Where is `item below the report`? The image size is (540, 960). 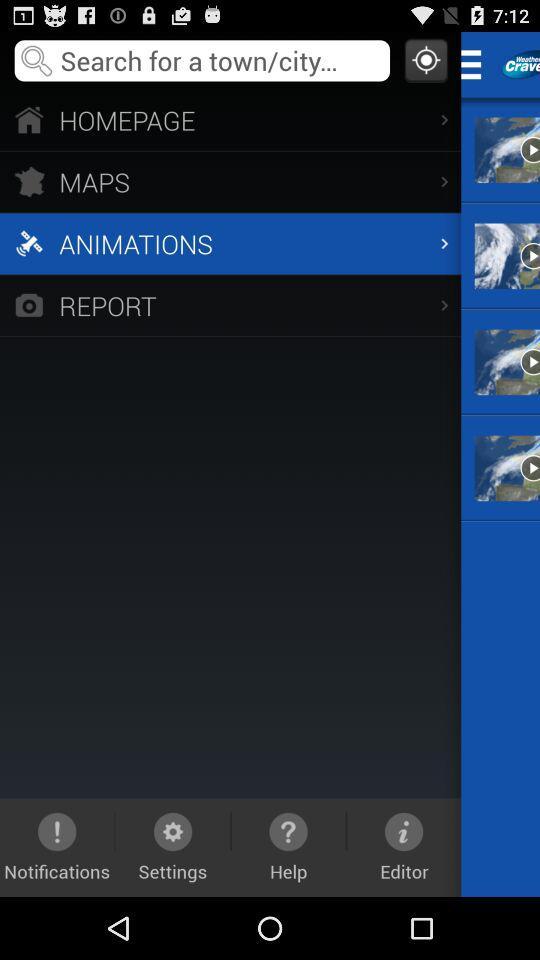
item below the report is located at coordinates (287, 846).